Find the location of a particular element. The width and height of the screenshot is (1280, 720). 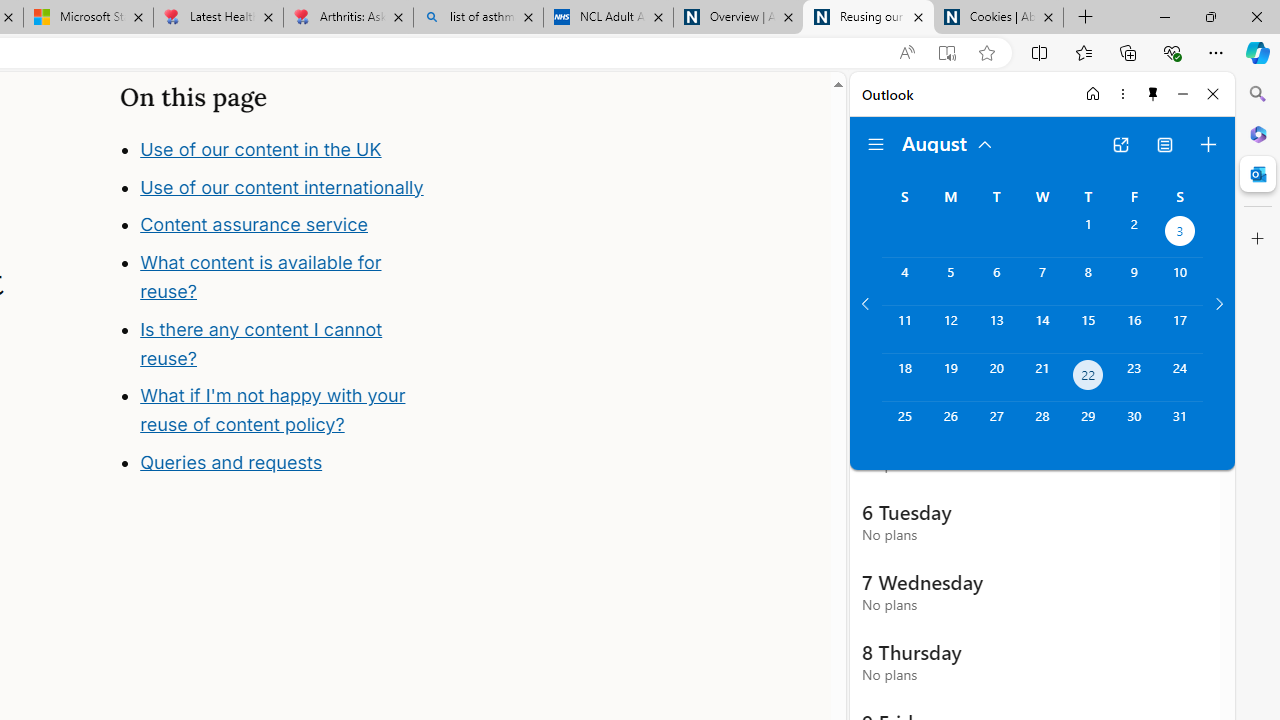

'Sunday, August 11, 2024. ' is located at coordinates (903, 328).